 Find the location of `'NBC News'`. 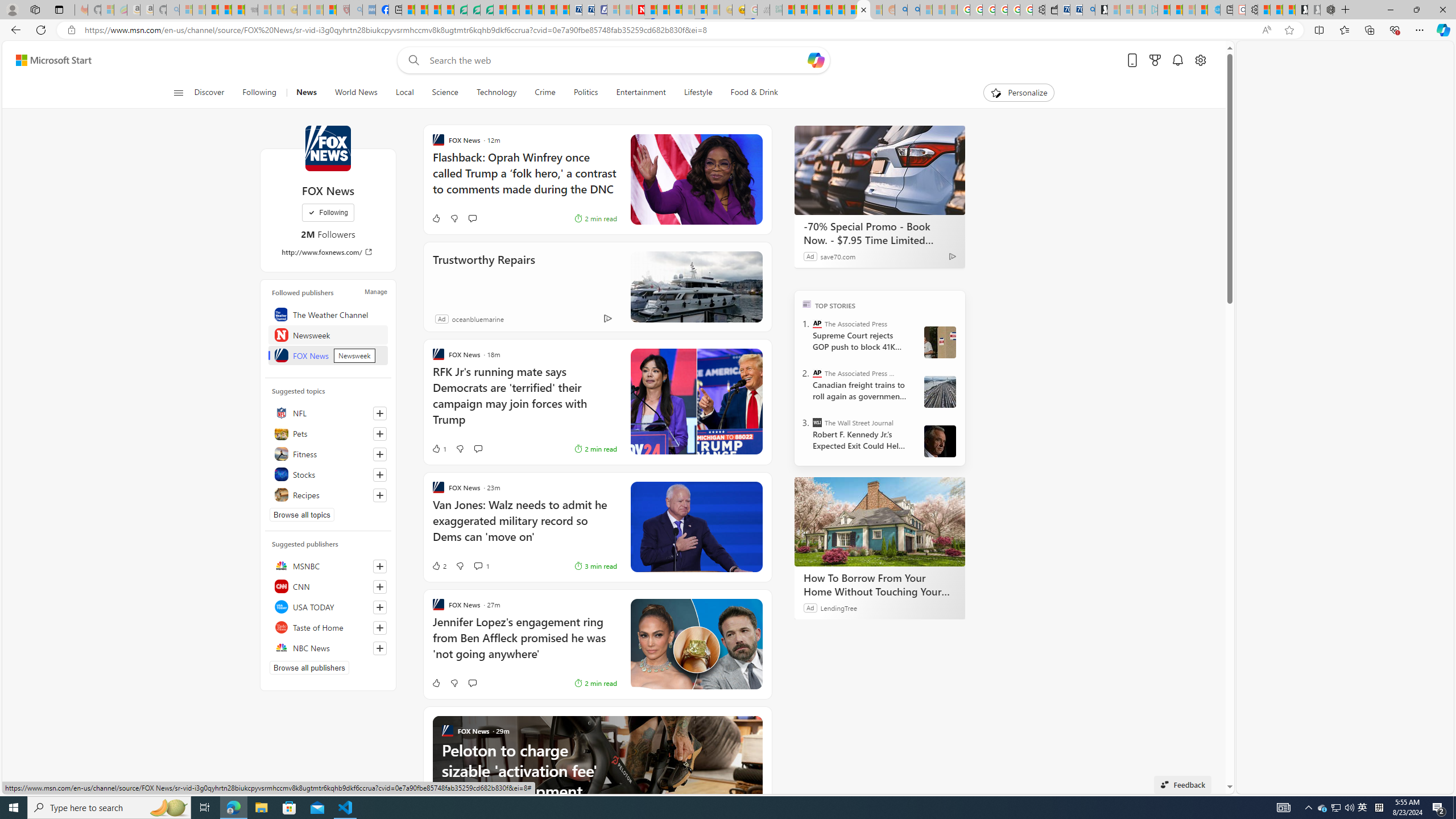

'NBC News' is located at coordinates (327, 647).